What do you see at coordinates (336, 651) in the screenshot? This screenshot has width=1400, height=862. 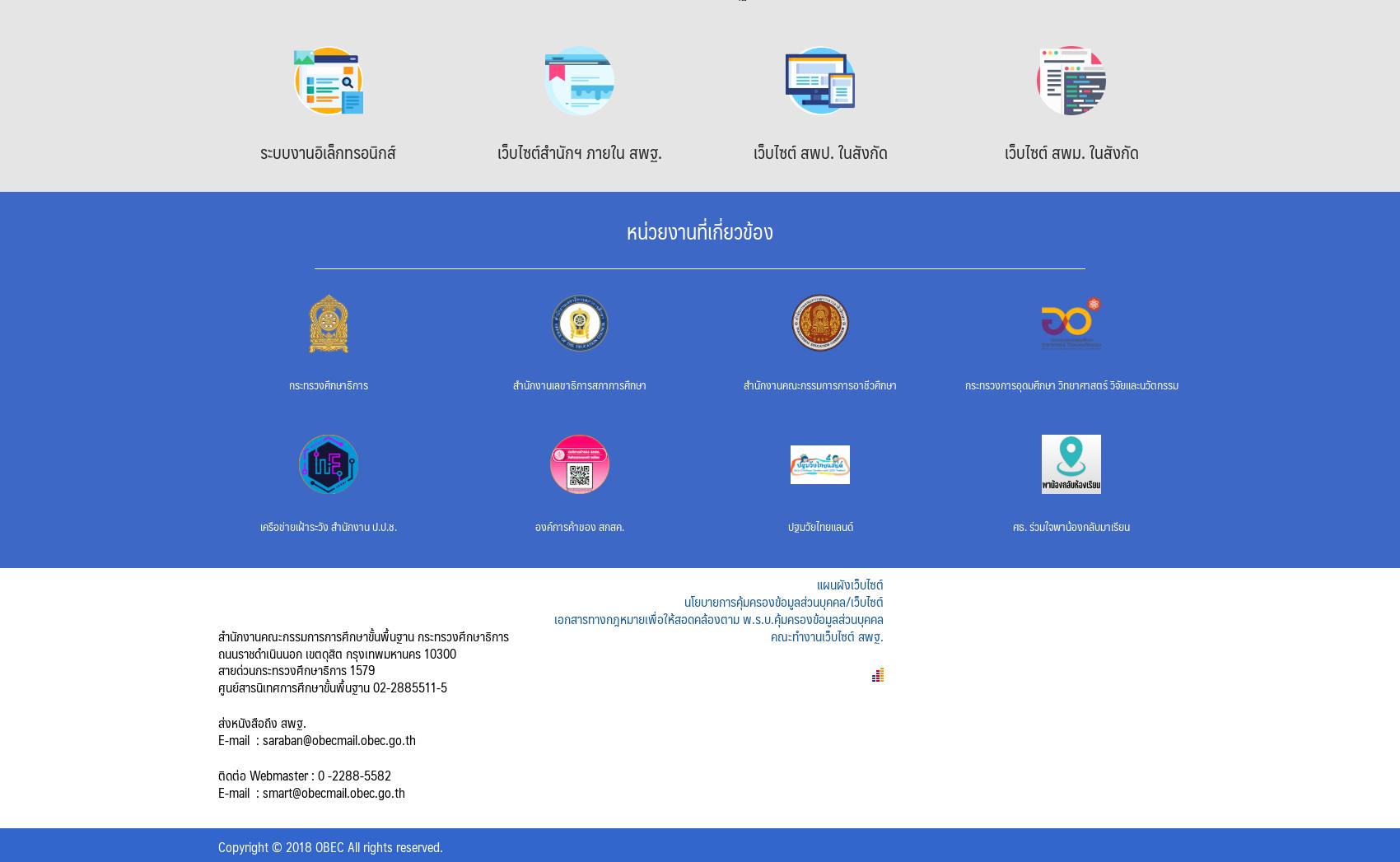 I see `'ถนนราชดำเนินนอก เขตดุสิต กรุงเทพมหานคร 10300'` at bounding box center [336, 651].